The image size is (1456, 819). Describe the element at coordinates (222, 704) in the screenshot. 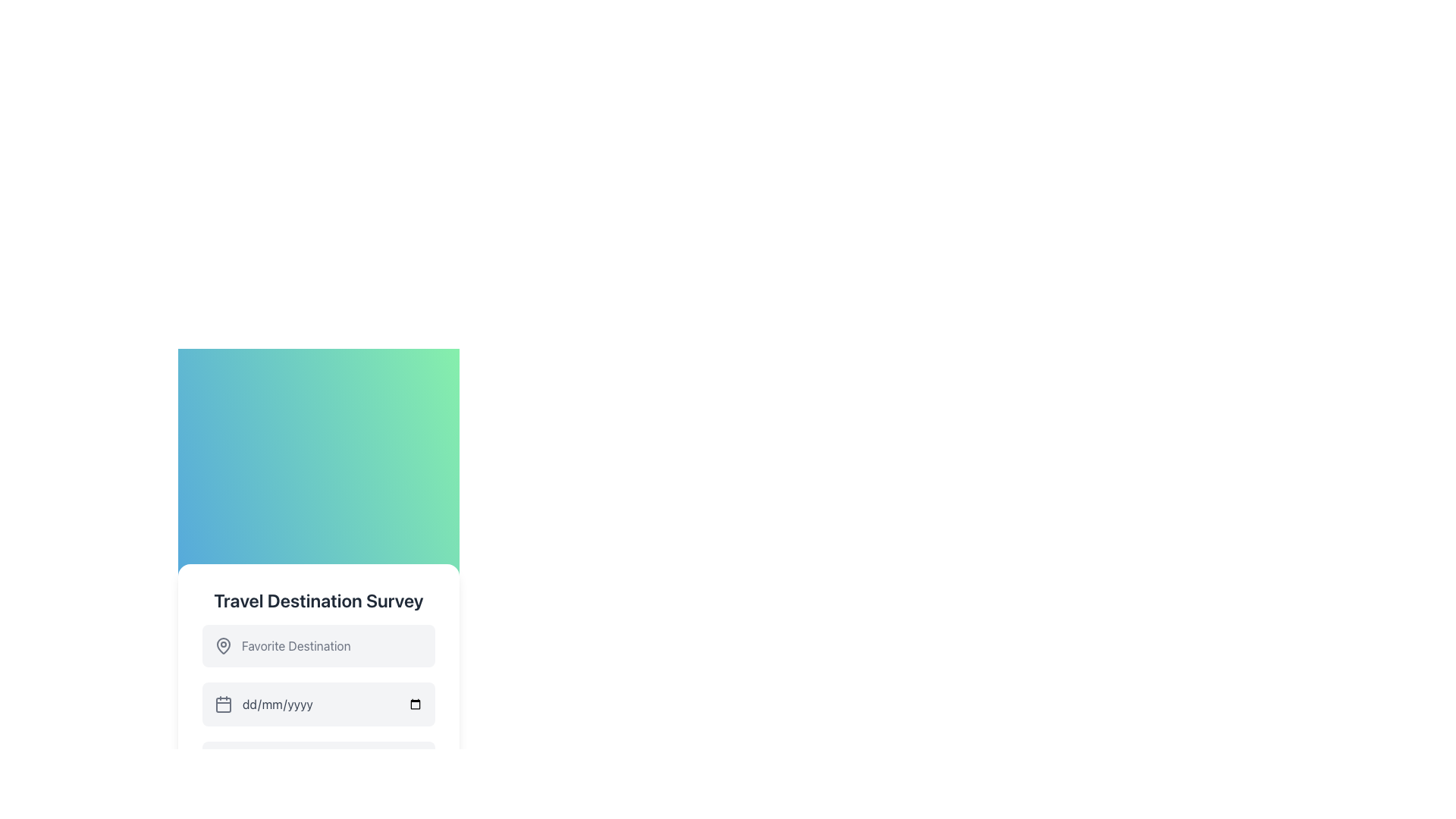

I see `the date input icon located to the left of the input field within the gray rounded box of the Travel Destination Survey form` at that location.